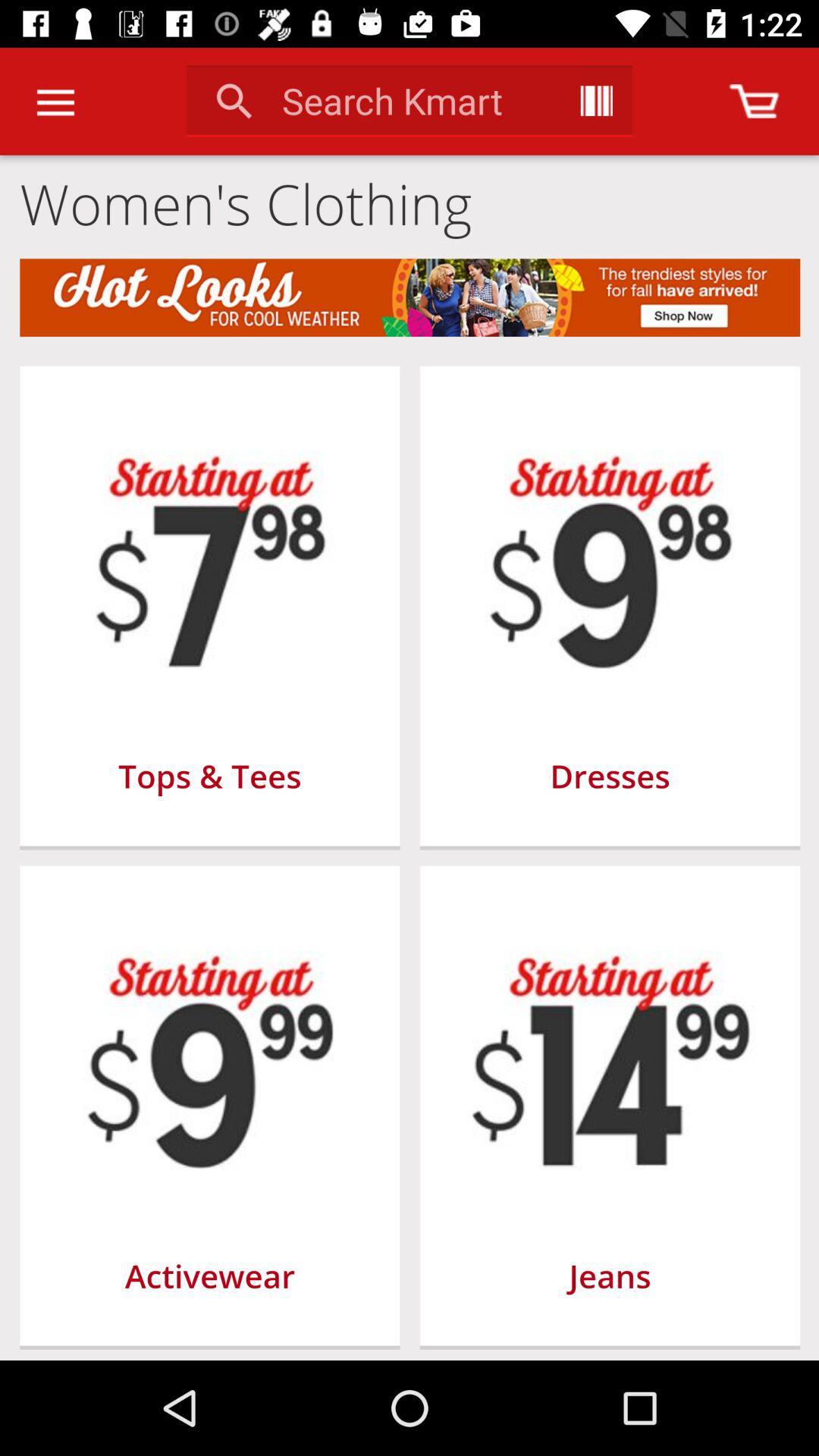 This screenshot has height=1456, width=819. What do you see at coordinates (754, 100) in the screenshot?
I see `purchase option` at bounding box center [754, 100].